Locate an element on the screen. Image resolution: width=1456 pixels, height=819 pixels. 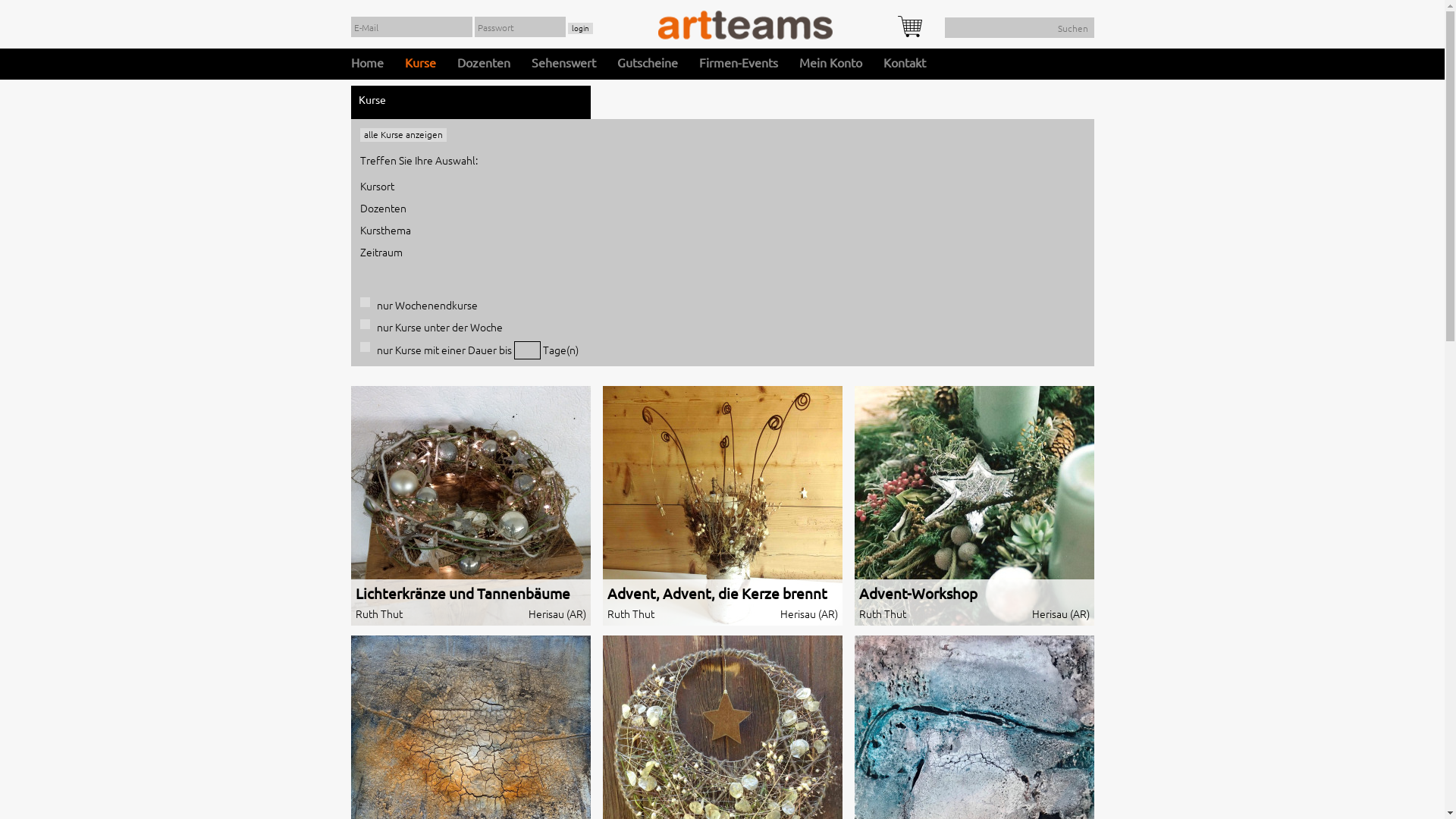
'Warenkorb' is located at coordinates (910, 26).